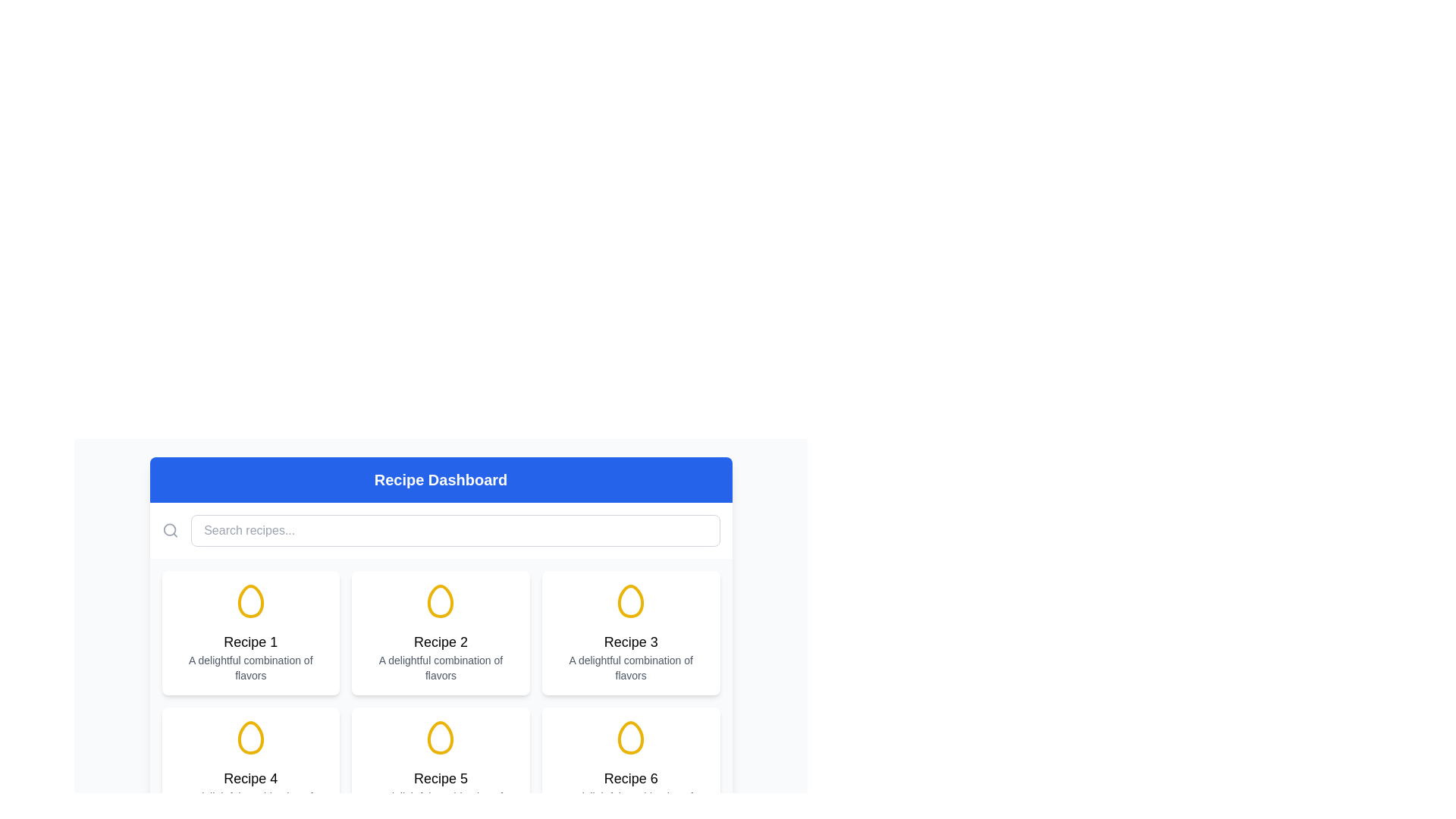  Describe the element at coordinates (631, 736) in the screenshot. I see `the decorative icon for the recipe titled 'Recipe 6', located at the top-center of the sixth tile in the recipe grid on the dashboard` at that location.